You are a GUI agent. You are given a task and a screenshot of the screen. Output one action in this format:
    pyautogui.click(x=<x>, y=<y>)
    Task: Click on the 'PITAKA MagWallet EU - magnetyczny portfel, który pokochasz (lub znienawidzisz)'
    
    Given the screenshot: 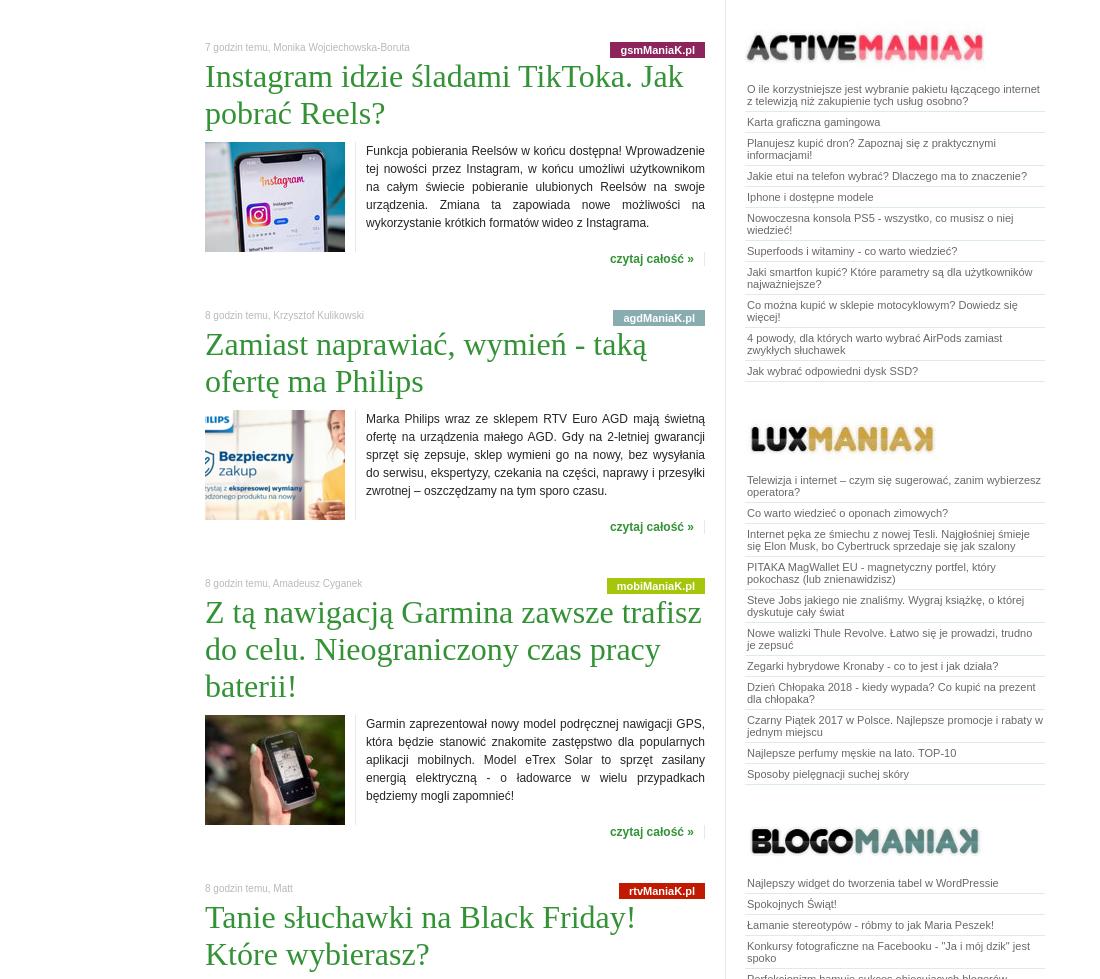 What is the action you would take?
    pyautogui.click(x=869, y=572)
    